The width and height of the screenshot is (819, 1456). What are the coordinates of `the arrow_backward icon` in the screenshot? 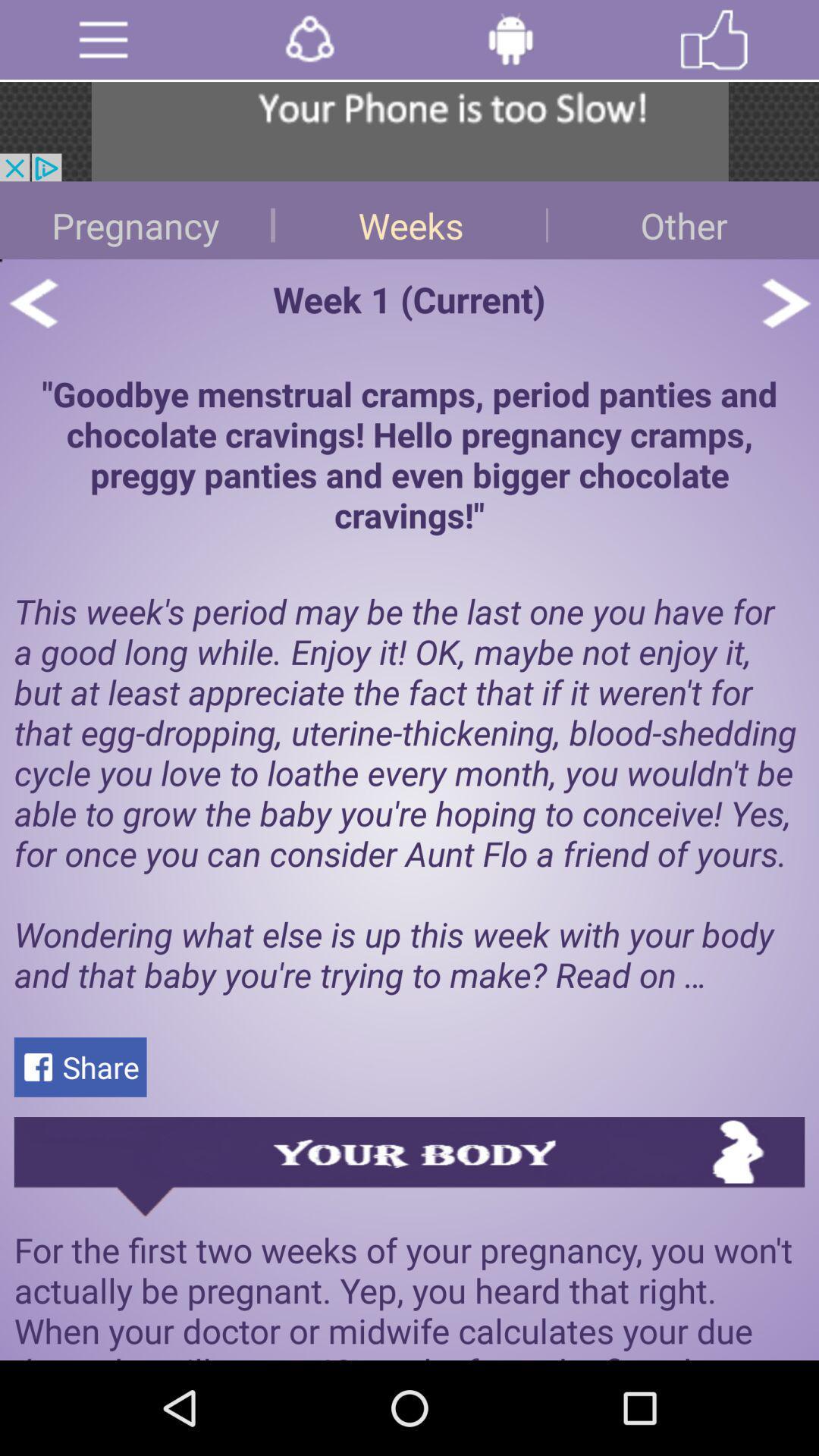 It's located at (33, 323).